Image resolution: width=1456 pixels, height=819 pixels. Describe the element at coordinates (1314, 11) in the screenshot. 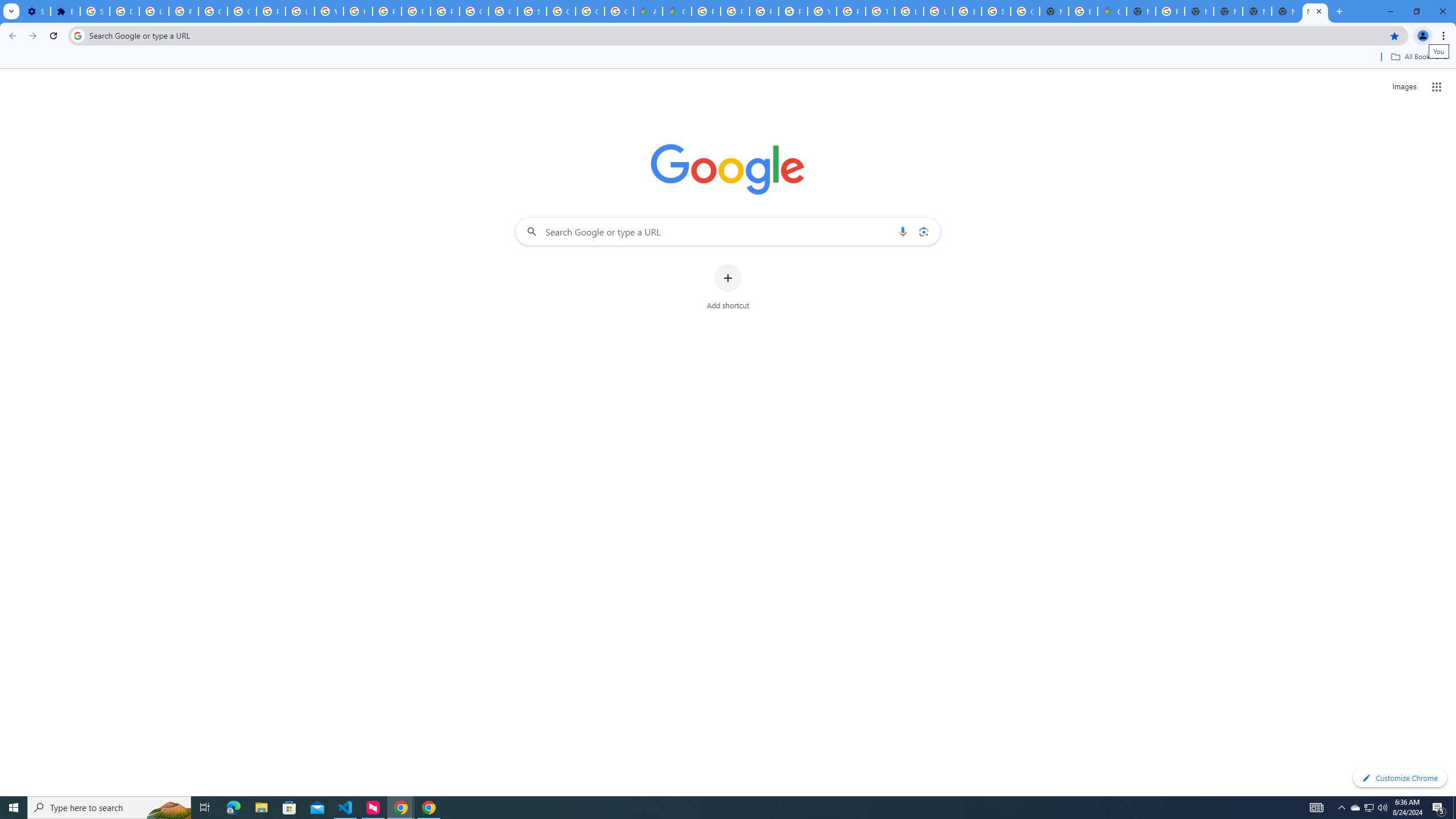

I see `'New Tab'` at that location.